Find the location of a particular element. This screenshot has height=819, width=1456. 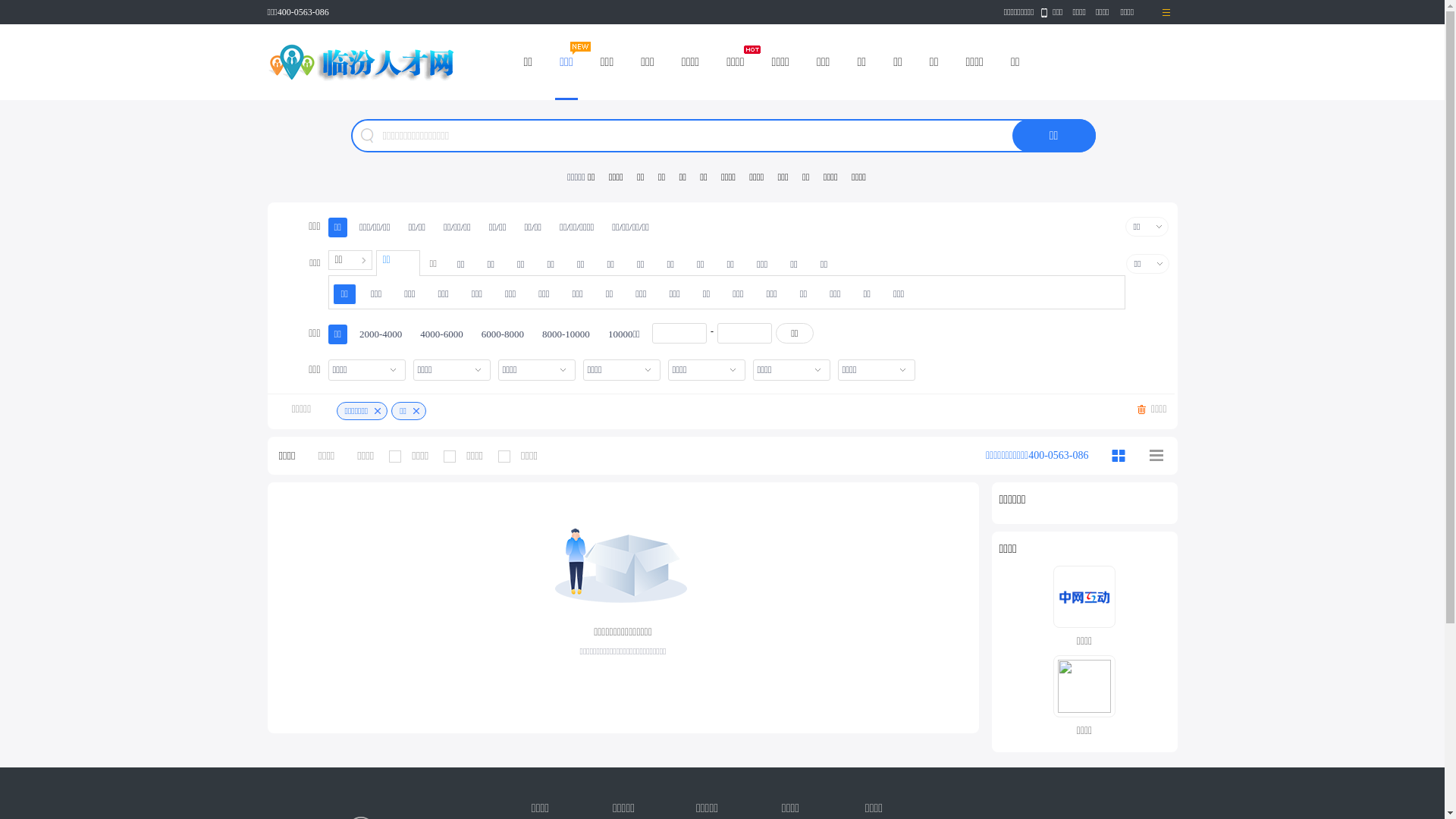

'2000-4000' is located at coordinates (381, 333).